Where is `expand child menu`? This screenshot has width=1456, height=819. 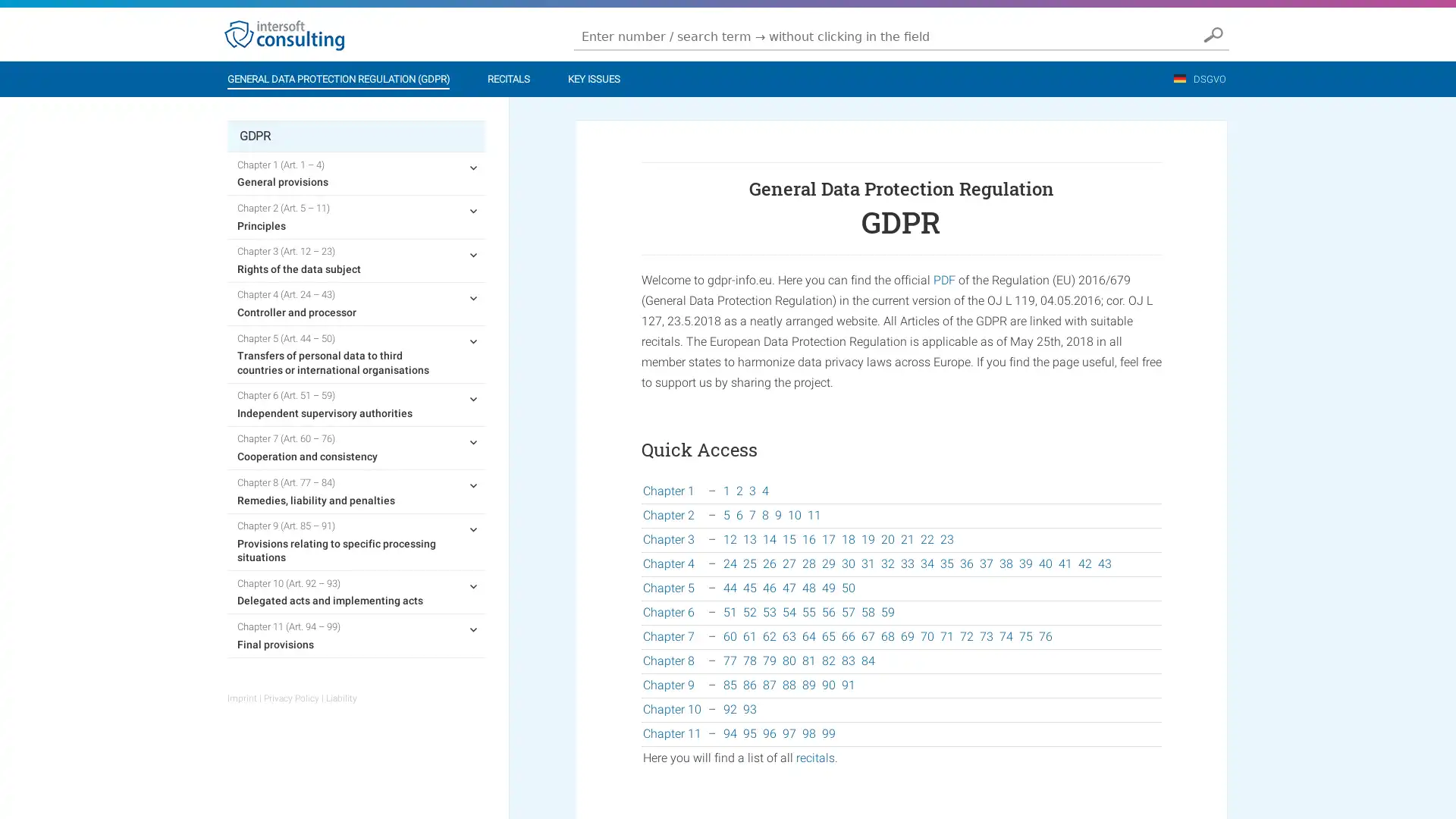 expand child menu is located at coordinates (472, 441).